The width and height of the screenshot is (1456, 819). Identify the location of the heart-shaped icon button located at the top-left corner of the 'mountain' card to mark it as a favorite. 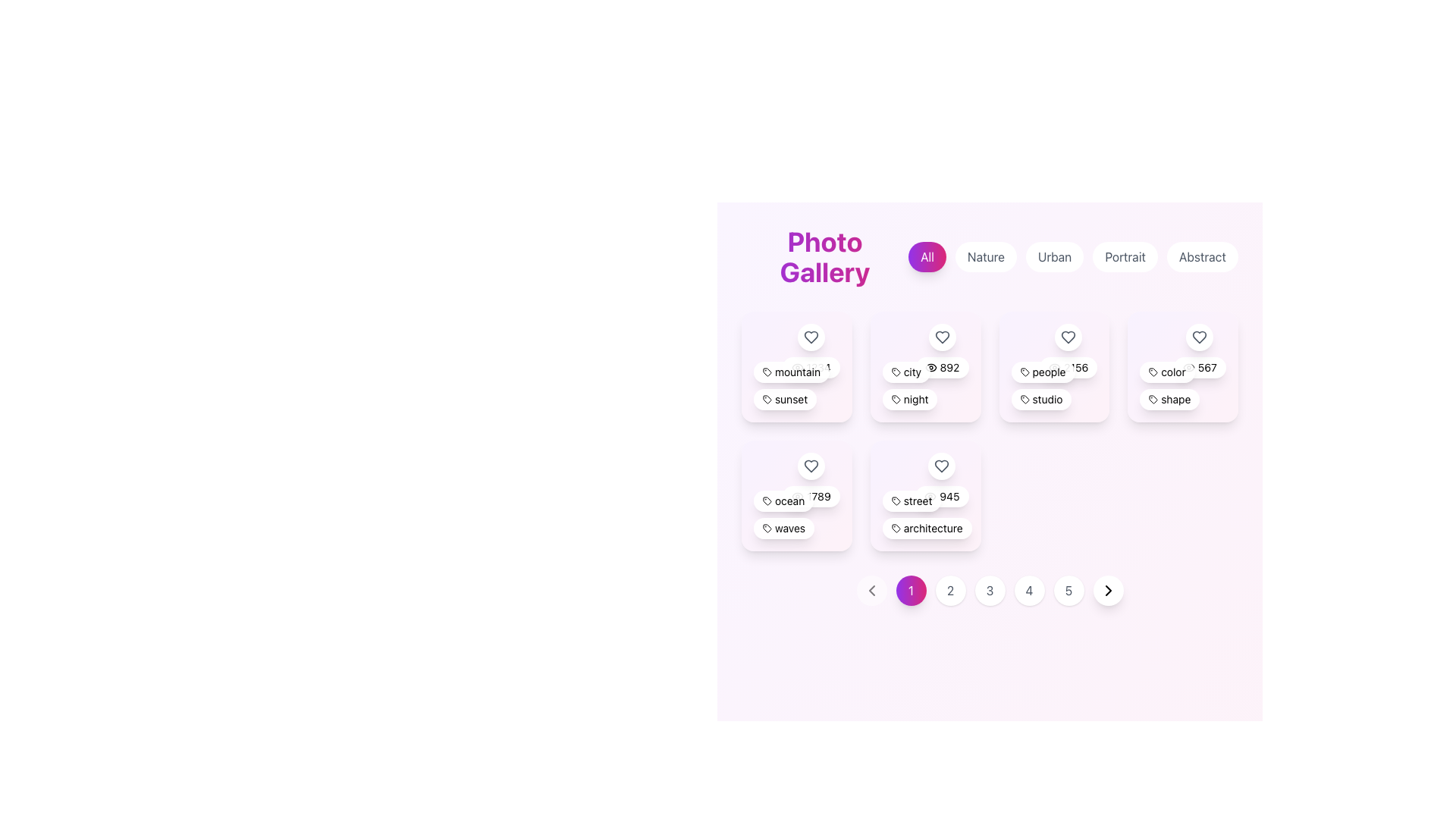
(810, 336).